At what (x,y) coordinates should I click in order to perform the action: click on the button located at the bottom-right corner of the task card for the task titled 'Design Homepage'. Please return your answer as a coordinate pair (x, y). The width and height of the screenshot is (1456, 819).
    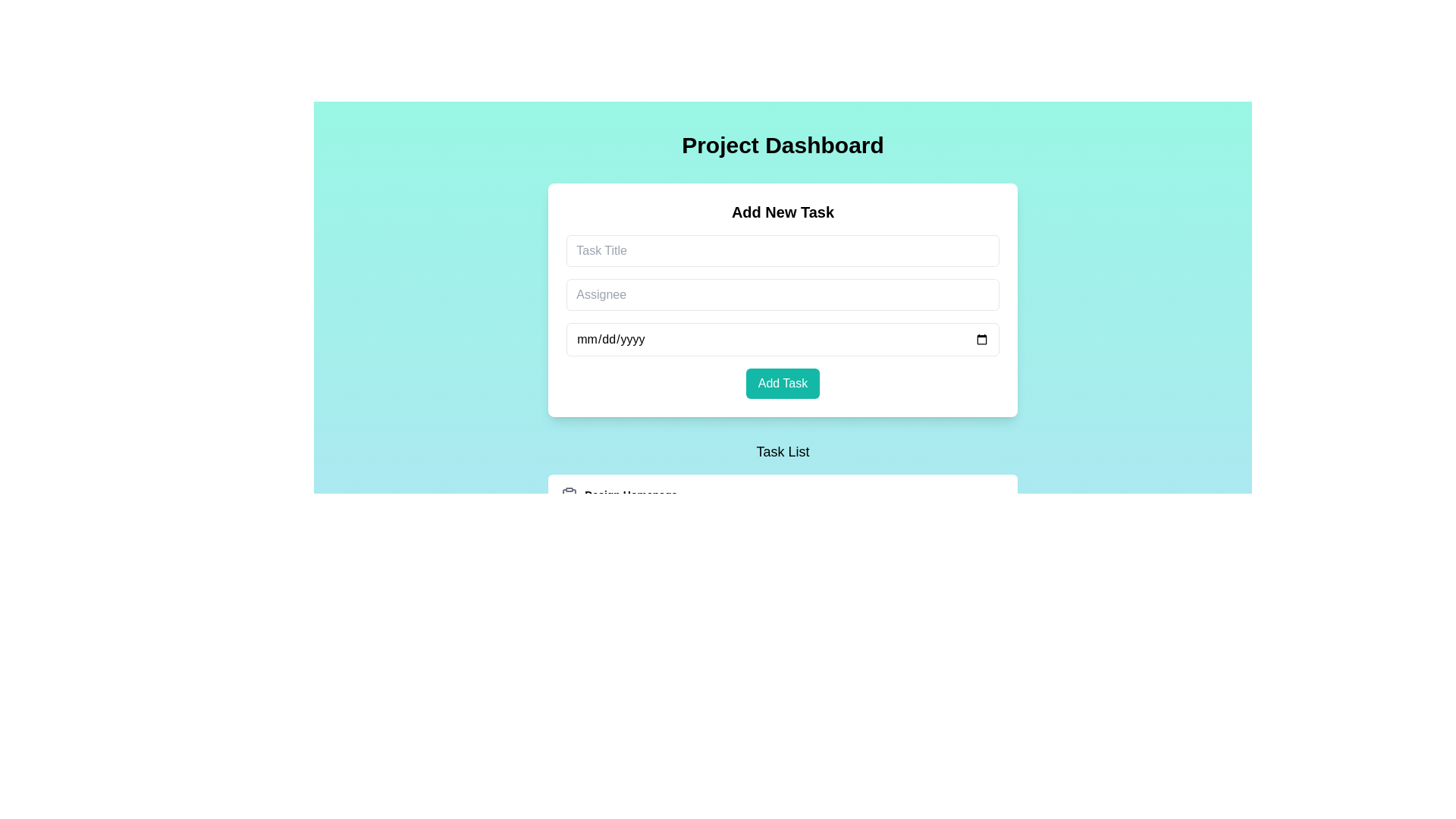
    Looking at the image, I should click on (946, 513).